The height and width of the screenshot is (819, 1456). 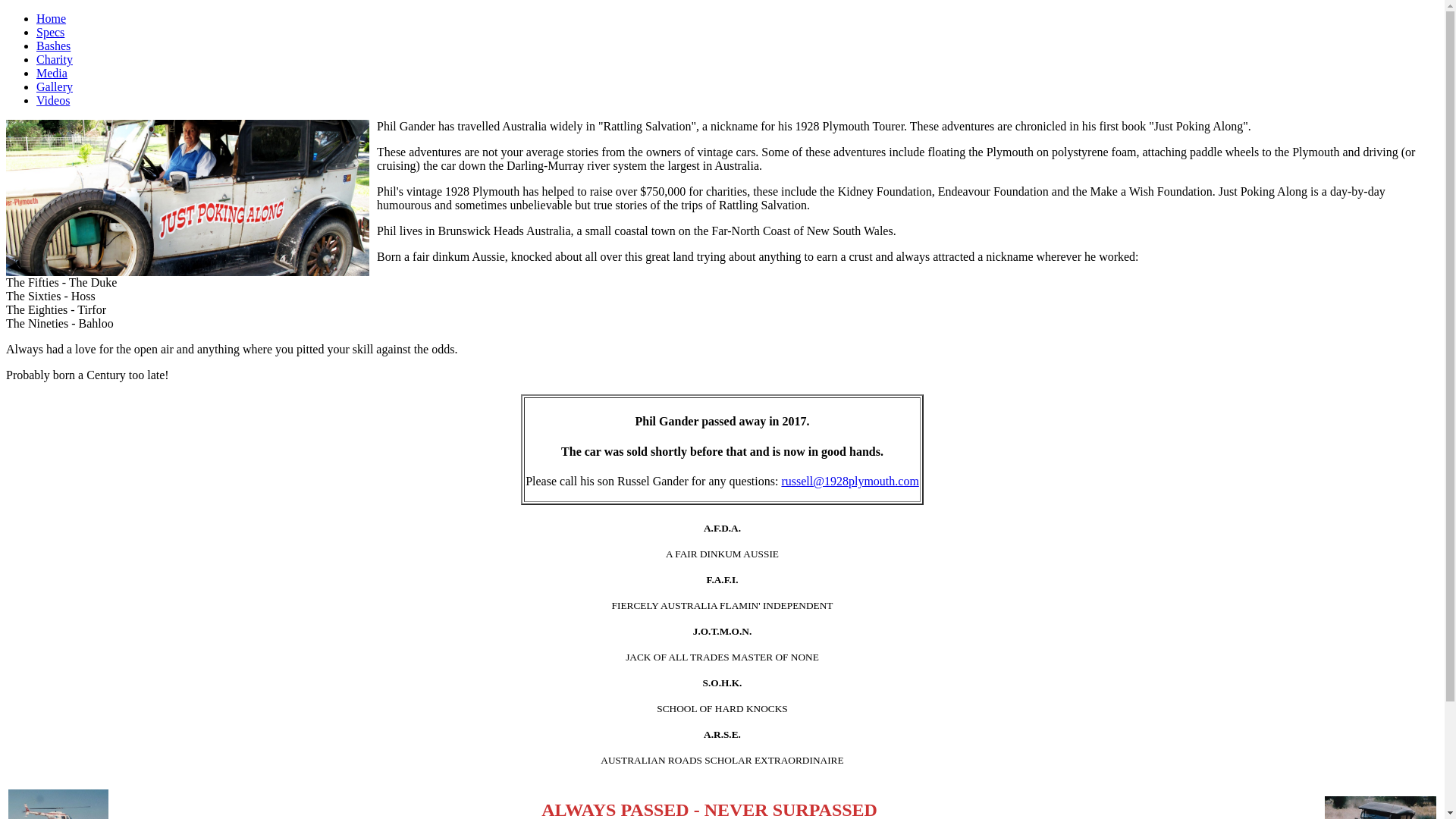 I want to click on 'Media', so click(x=52, y=73).